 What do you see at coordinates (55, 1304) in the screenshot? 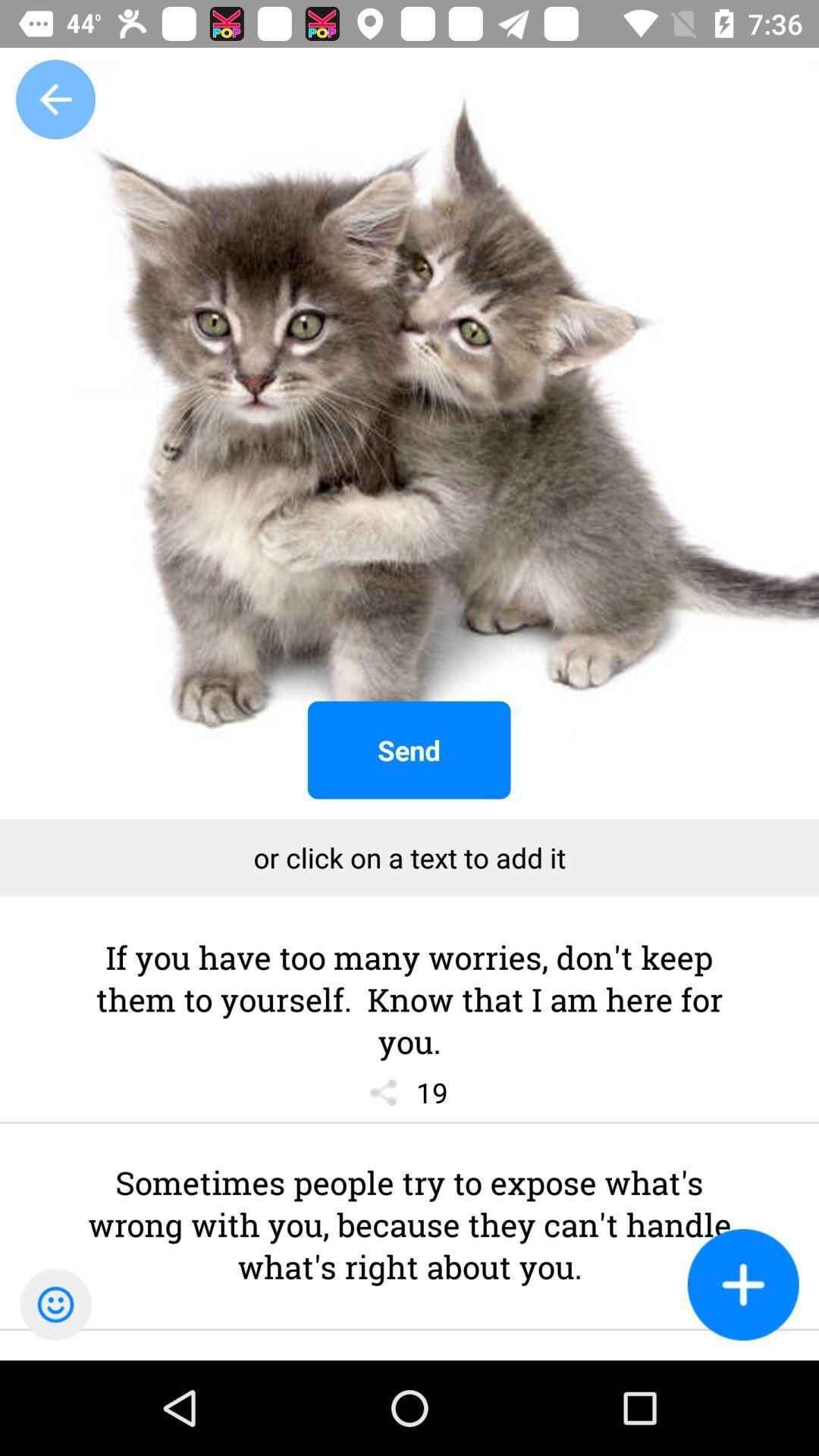
I see `the emoji icon` at bounding box center [55, 1304].